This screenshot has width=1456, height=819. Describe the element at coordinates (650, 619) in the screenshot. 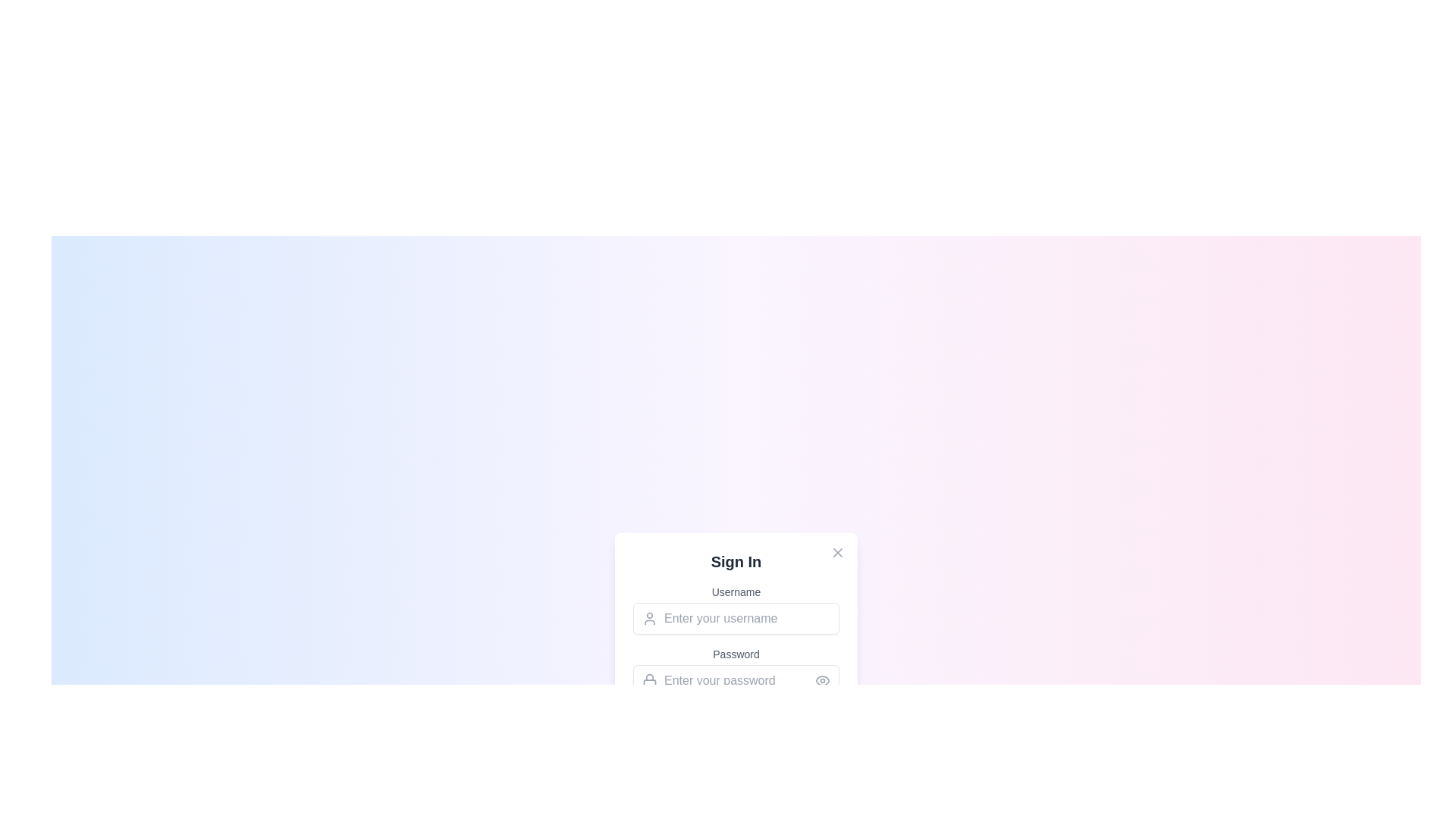

I see `the user profile icon, which is a gray circular icon with a minimalistic design located to the left of the username input field in the 'Sign In' form` at that location.